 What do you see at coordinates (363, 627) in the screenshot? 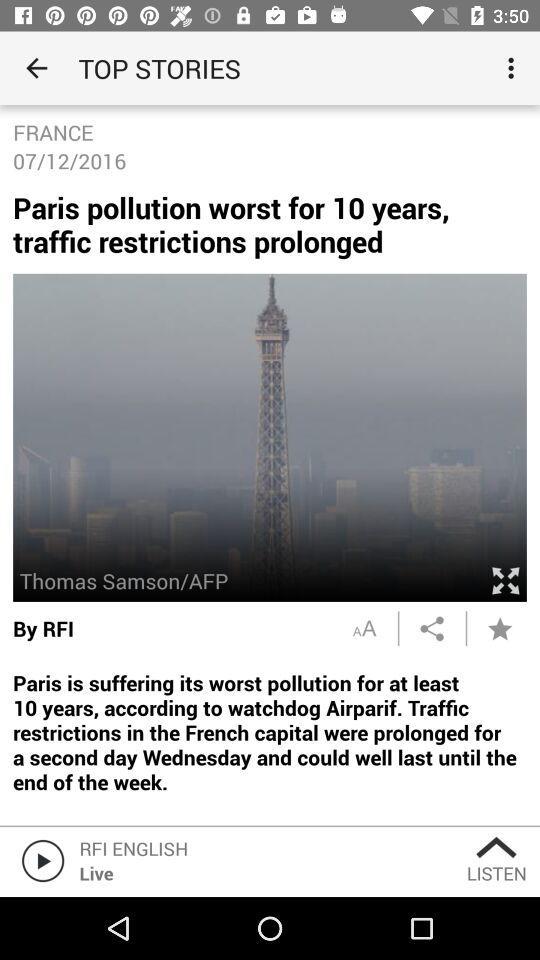
I see `the font icon` at bounding box center [363, 627].